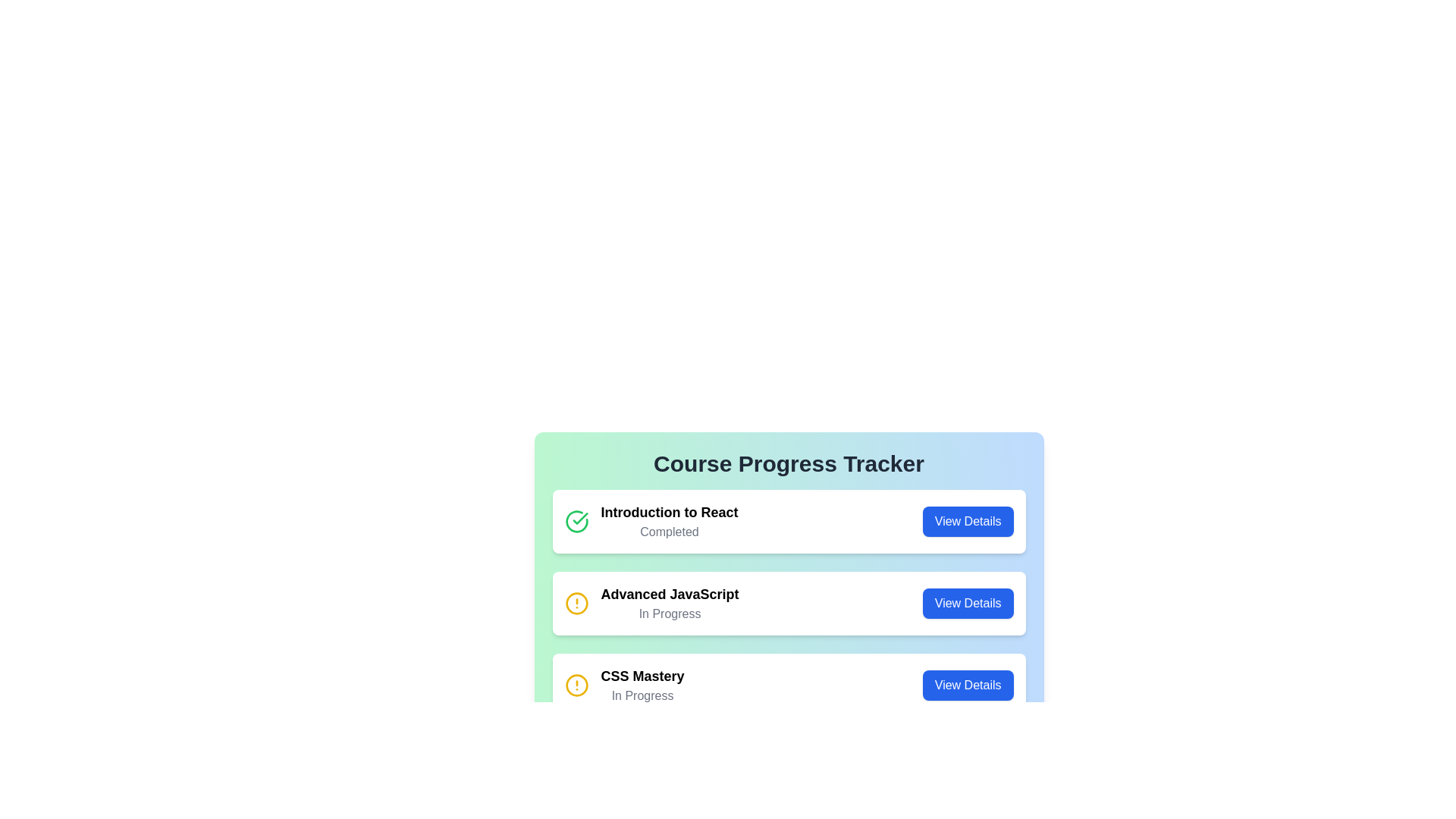 The image size is (1456, 819). What do you see at coordinates (642, 675) in the screenshot?
I see `the bold text element stating 'CSS Mastery' located in the 'Course Progress Tracker' section` at bounding box center [642, 675].